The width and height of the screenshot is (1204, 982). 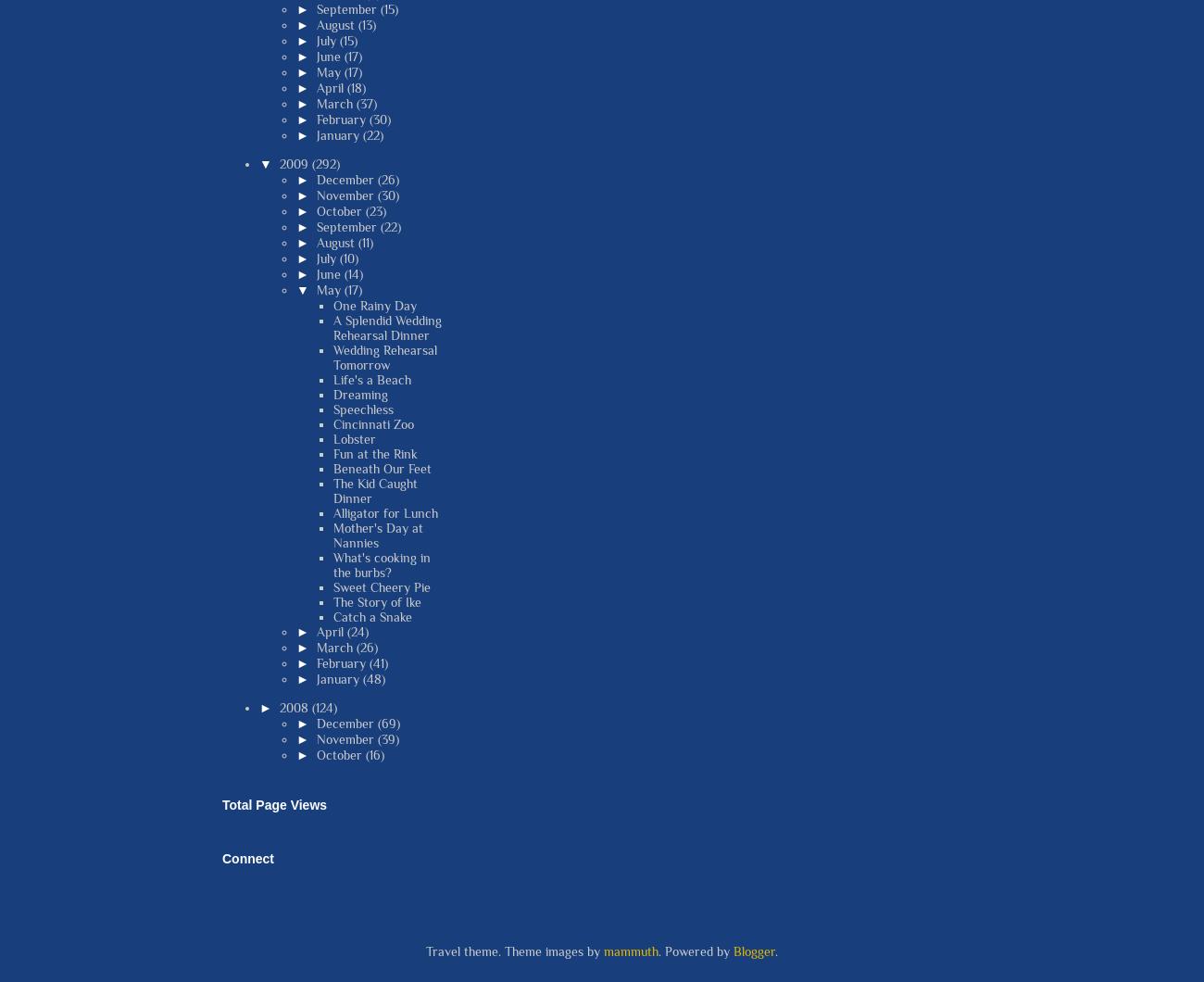 I want to click on '(69)', so click(x=387, y=721).